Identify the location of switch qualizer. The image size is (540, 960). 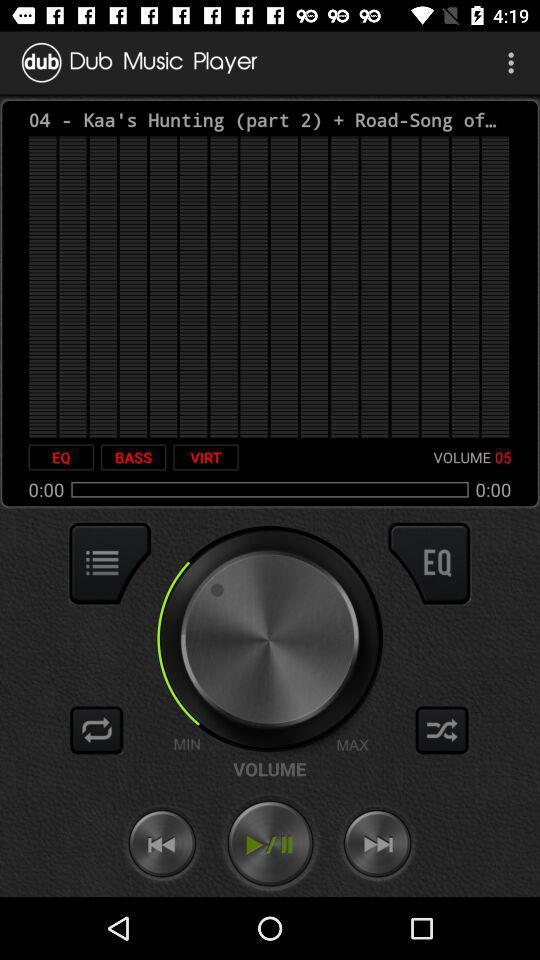
(428, 563).